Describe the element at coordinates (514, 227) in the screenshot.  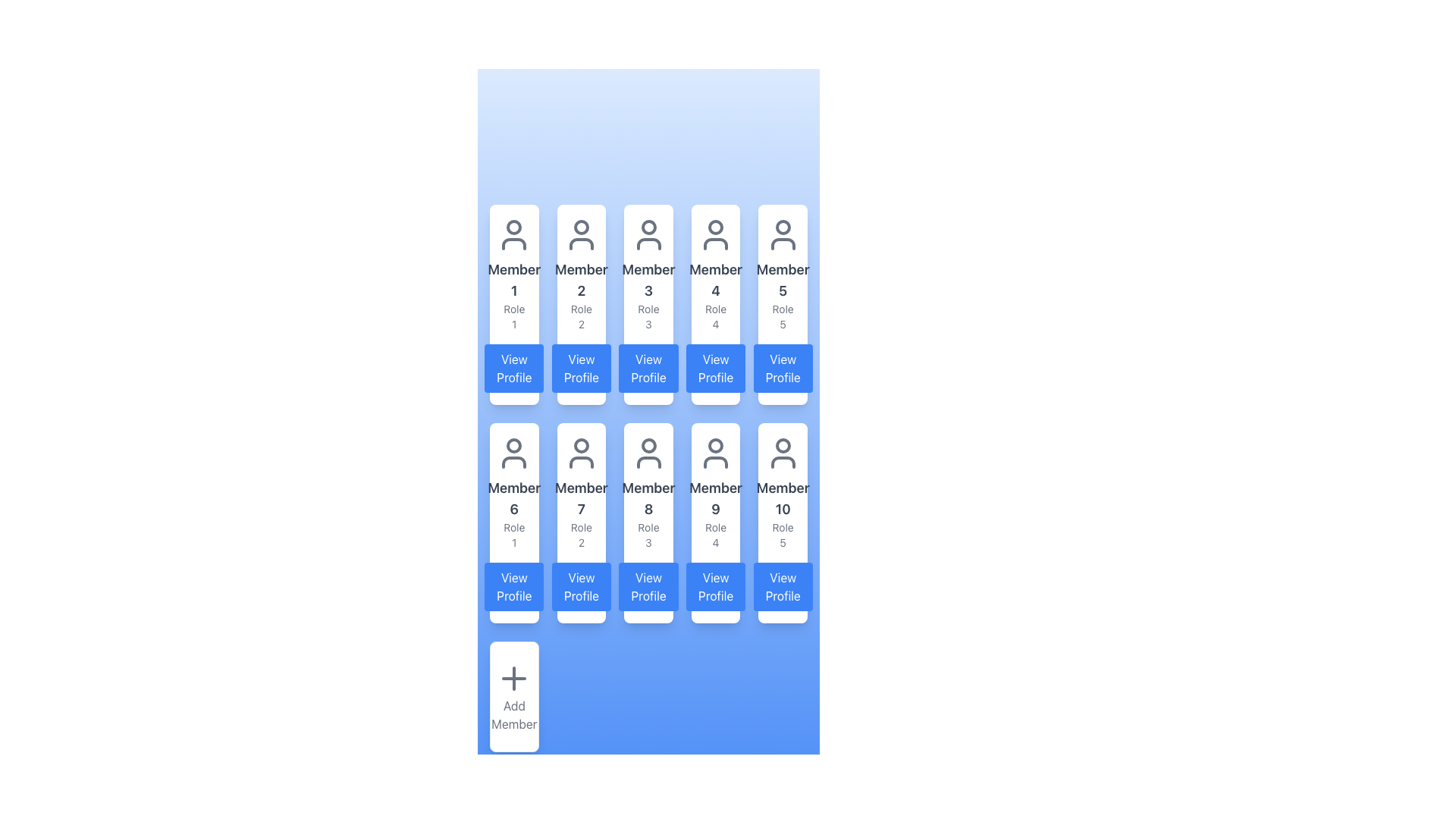
I see `the graphical head icon in the user profile for Member 1, located at the top-left corner of the member card, to execute related actions` at that location.